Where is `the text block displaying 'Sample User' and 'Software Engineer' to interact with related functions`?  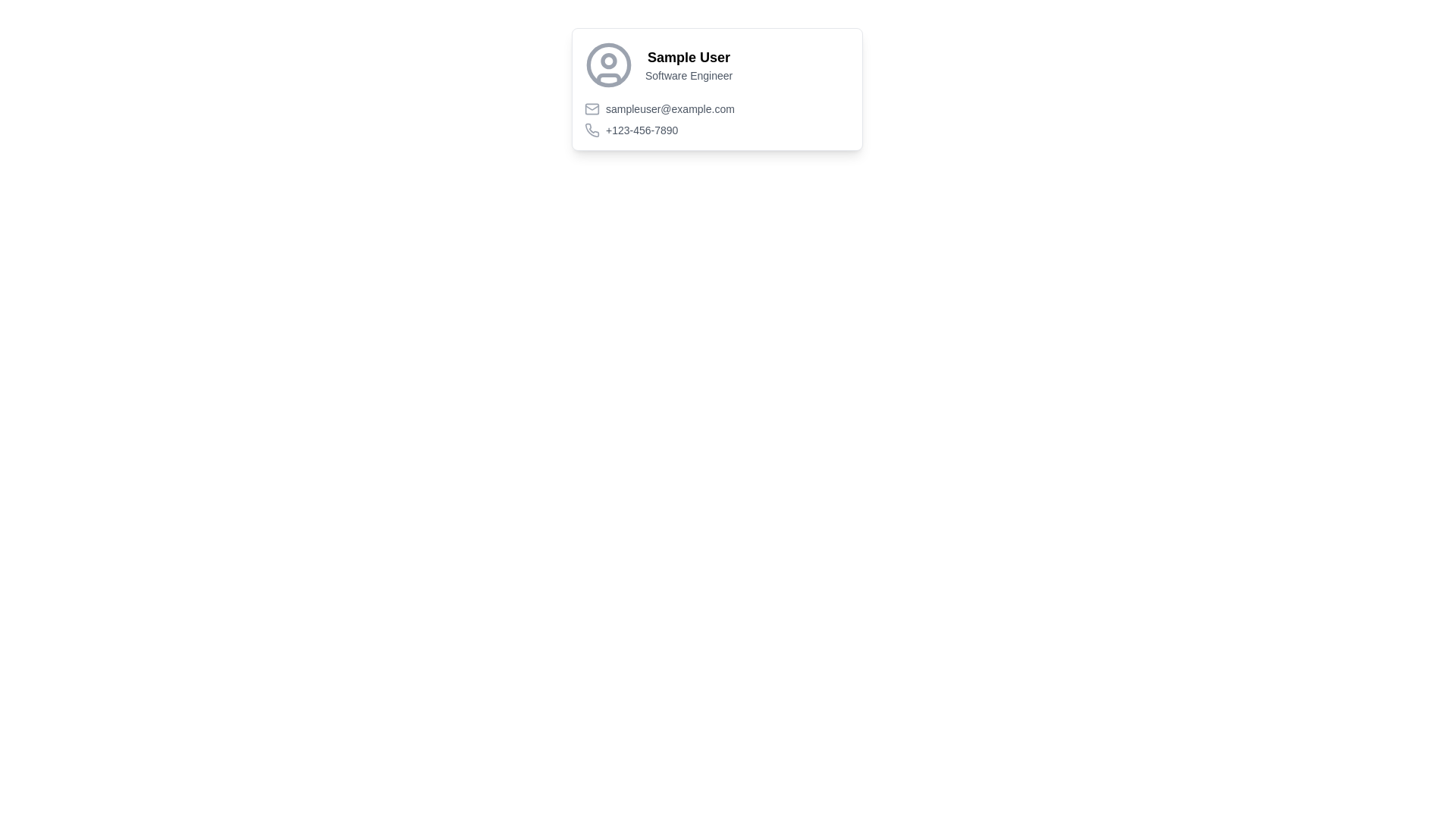
the text block displaying 'Sample User' and 'Software Engineer' to interact with related functions is located at coordinates (687, 64).